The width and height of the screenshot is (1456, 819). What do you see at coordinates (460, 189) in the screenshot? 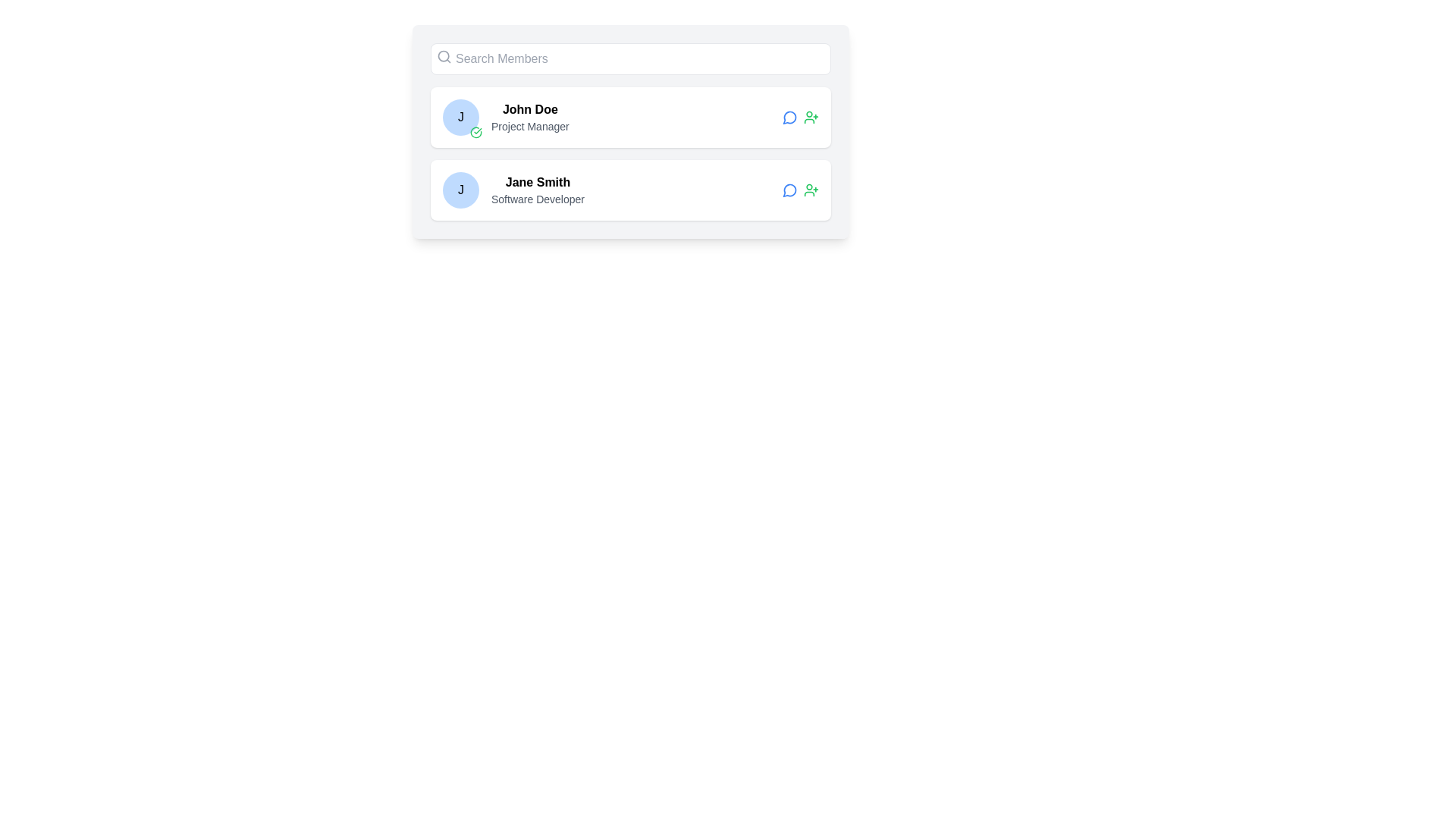
I see `the Avatar representing 'Jane Smith', which visually displays the initial 'J' and is positioned in the second row of the member list, to the far left of the associated details` at bounding box center [460, 189].